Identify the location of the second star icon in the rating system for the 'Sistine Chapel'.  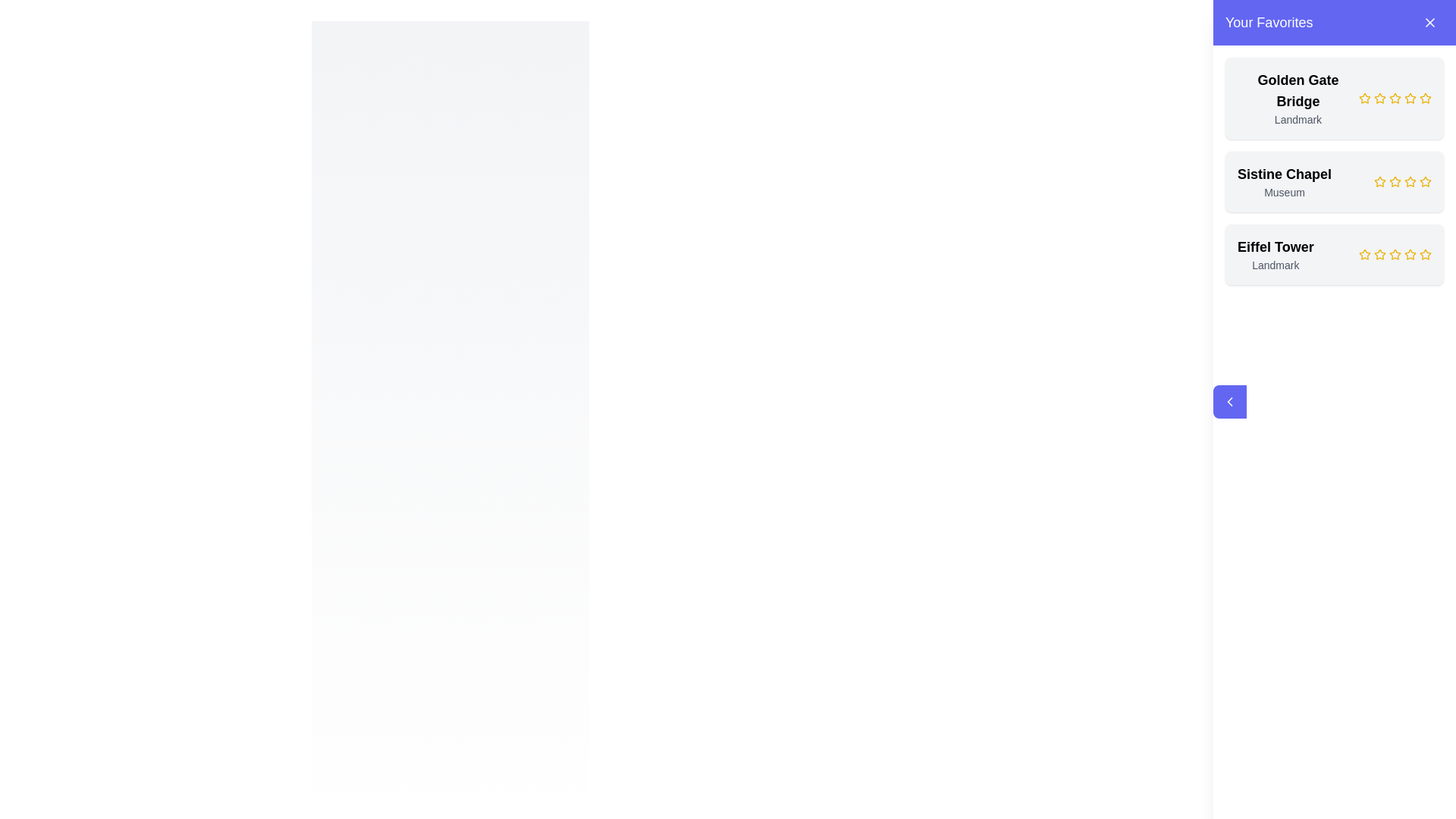
(1395, 180).